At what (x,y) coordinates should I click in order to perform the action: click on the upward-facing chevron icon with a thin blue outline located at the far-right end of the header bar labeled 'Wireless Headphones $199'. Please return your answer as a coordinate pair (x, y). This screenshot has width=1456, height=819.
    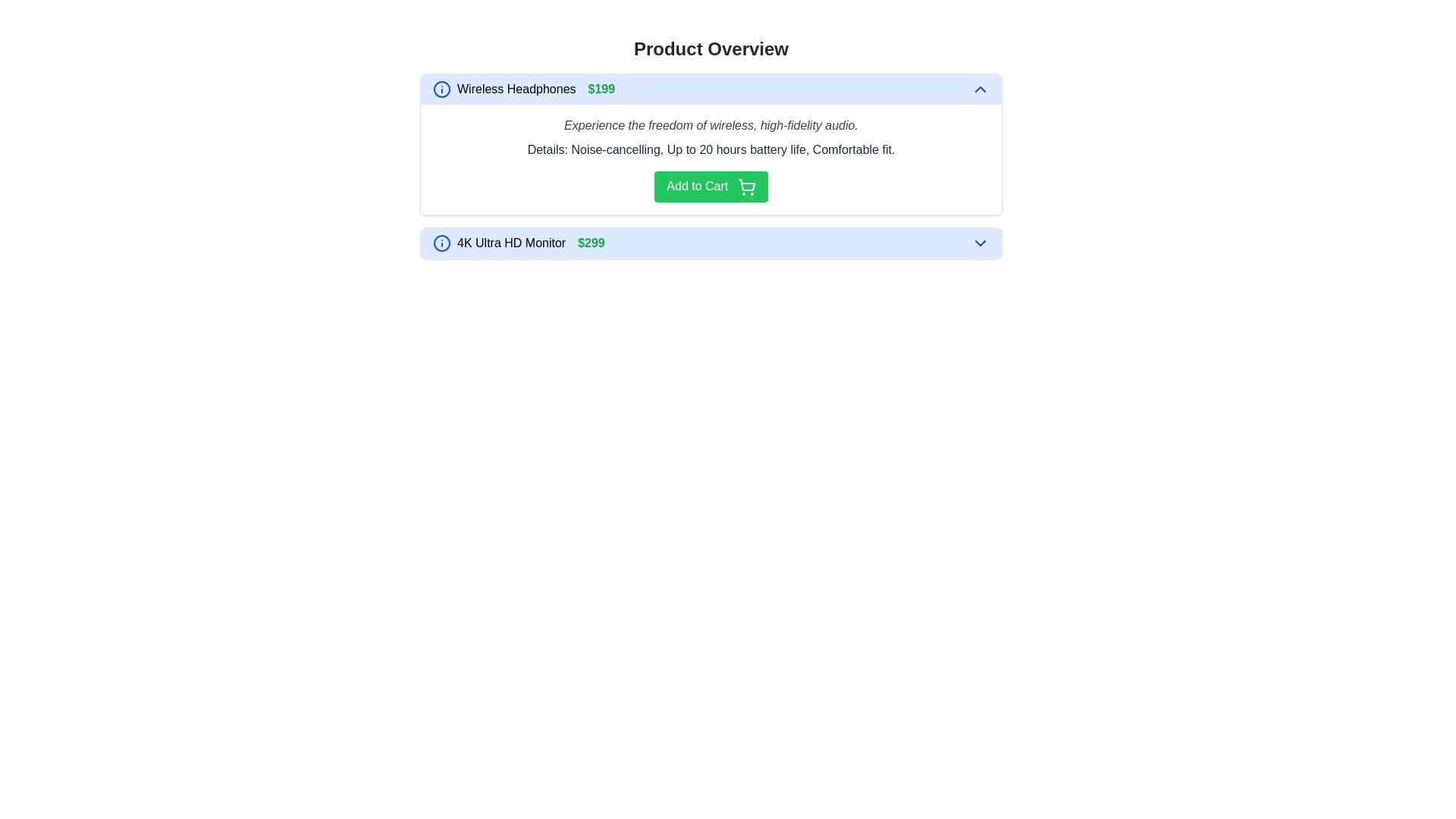
    Looking at the image, I should click on (980, 89).